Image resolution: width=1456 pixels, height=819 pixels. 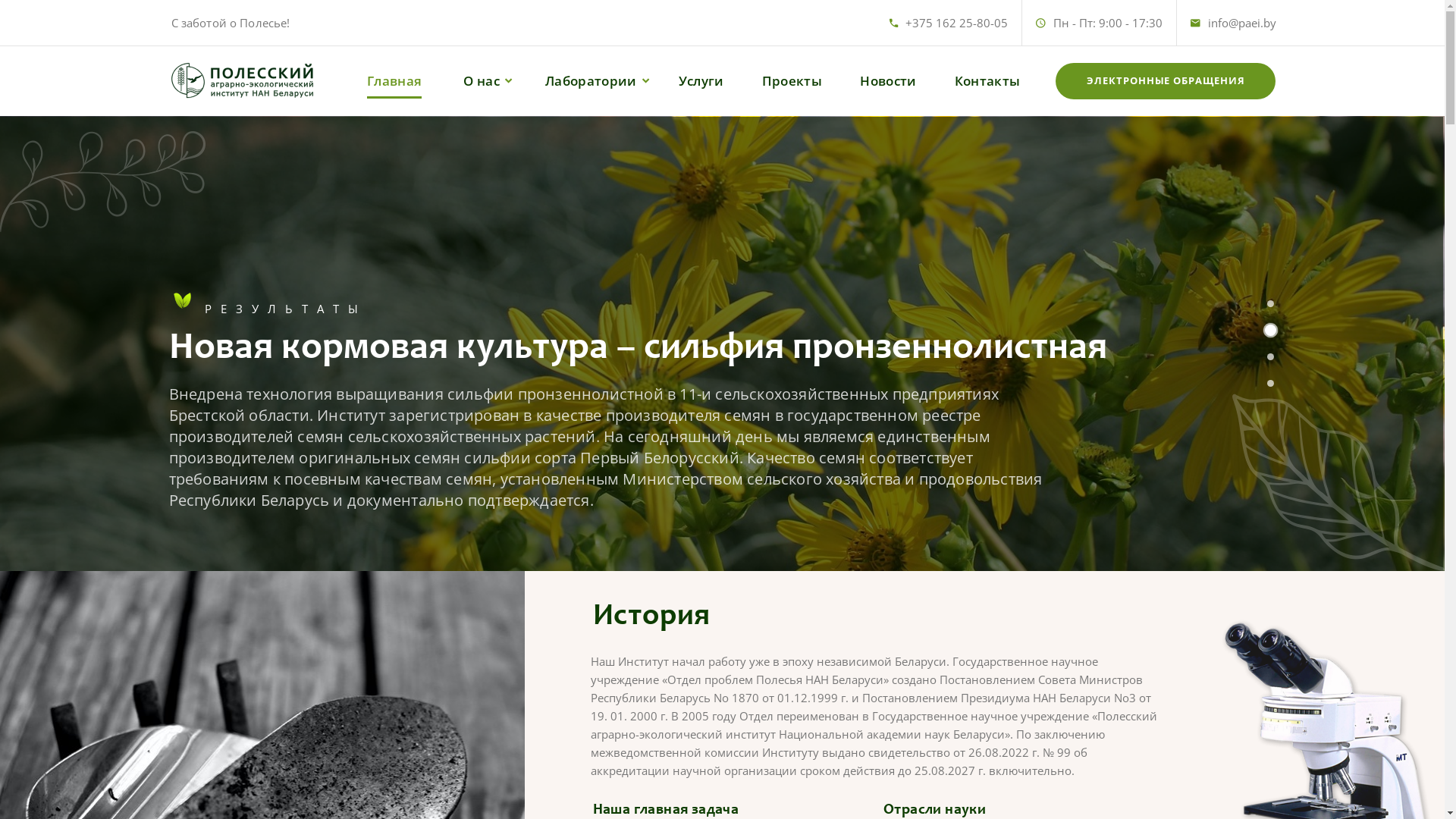 I want to click on '+375 162 25-80-05', so click(x=955, y=23).